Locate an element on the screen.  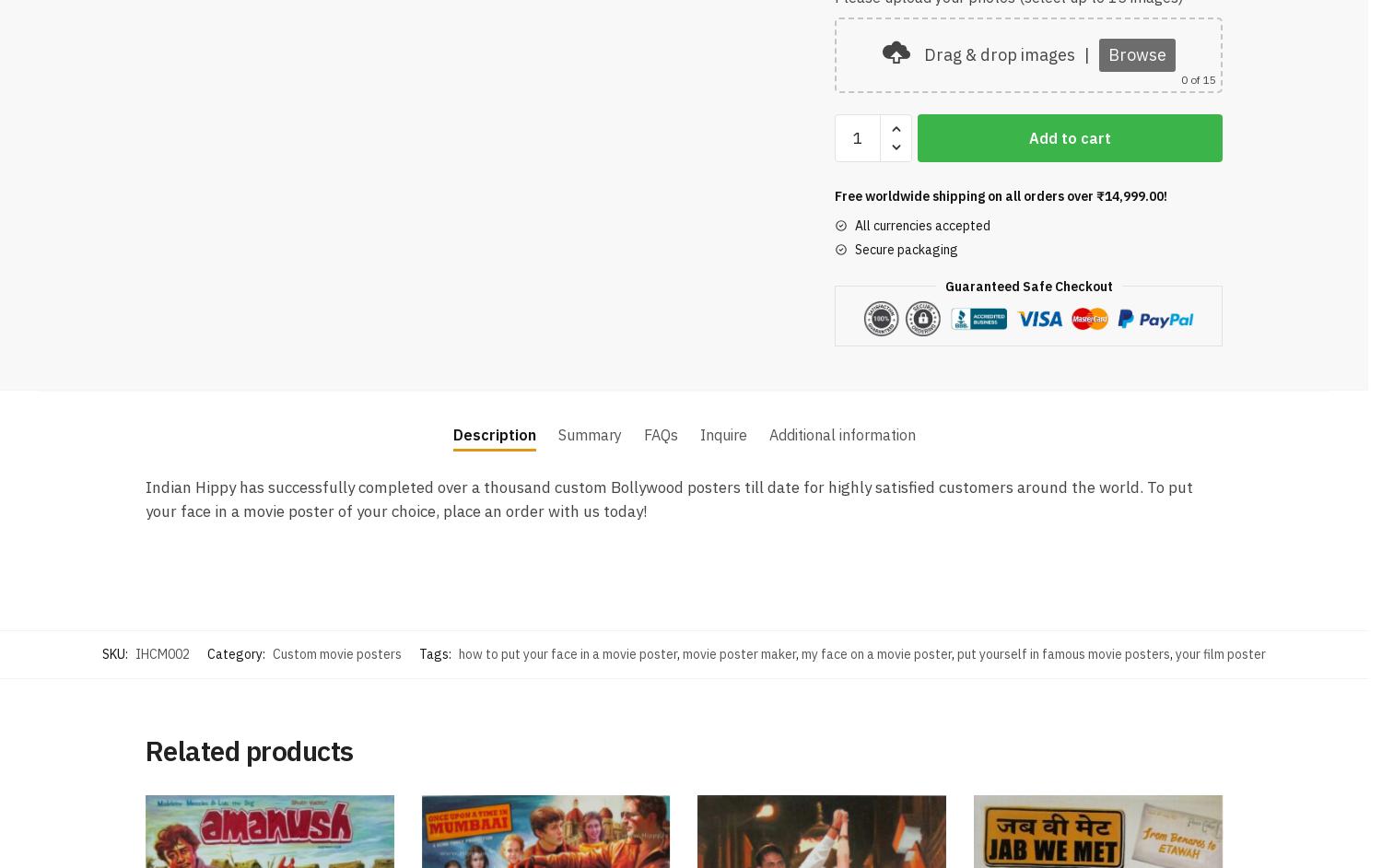
'FAQs' is located at coordinates (659, 429).